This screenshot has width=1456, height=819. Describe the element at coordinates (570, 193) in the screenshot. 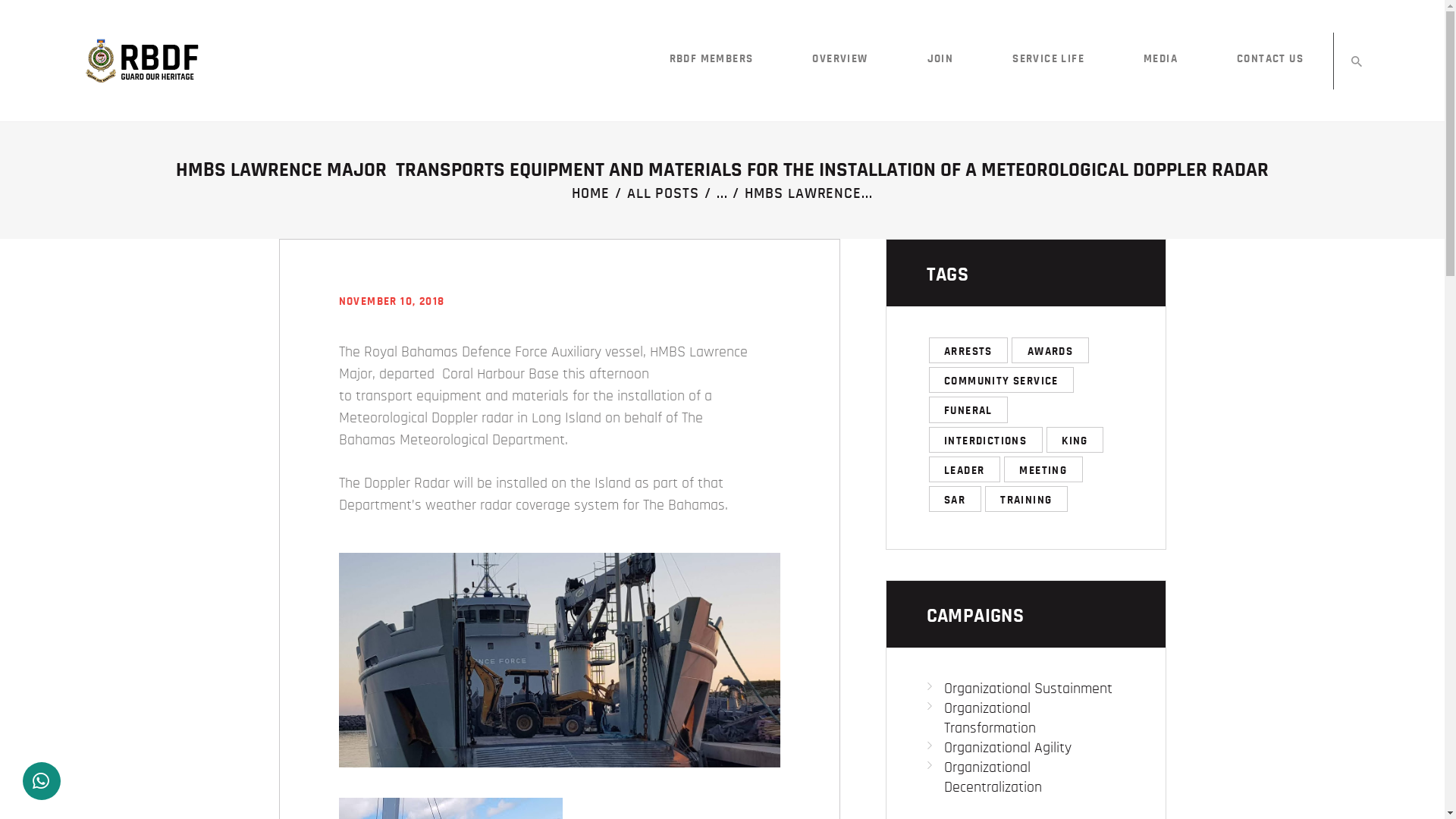

I see `'HOME'` at that location.